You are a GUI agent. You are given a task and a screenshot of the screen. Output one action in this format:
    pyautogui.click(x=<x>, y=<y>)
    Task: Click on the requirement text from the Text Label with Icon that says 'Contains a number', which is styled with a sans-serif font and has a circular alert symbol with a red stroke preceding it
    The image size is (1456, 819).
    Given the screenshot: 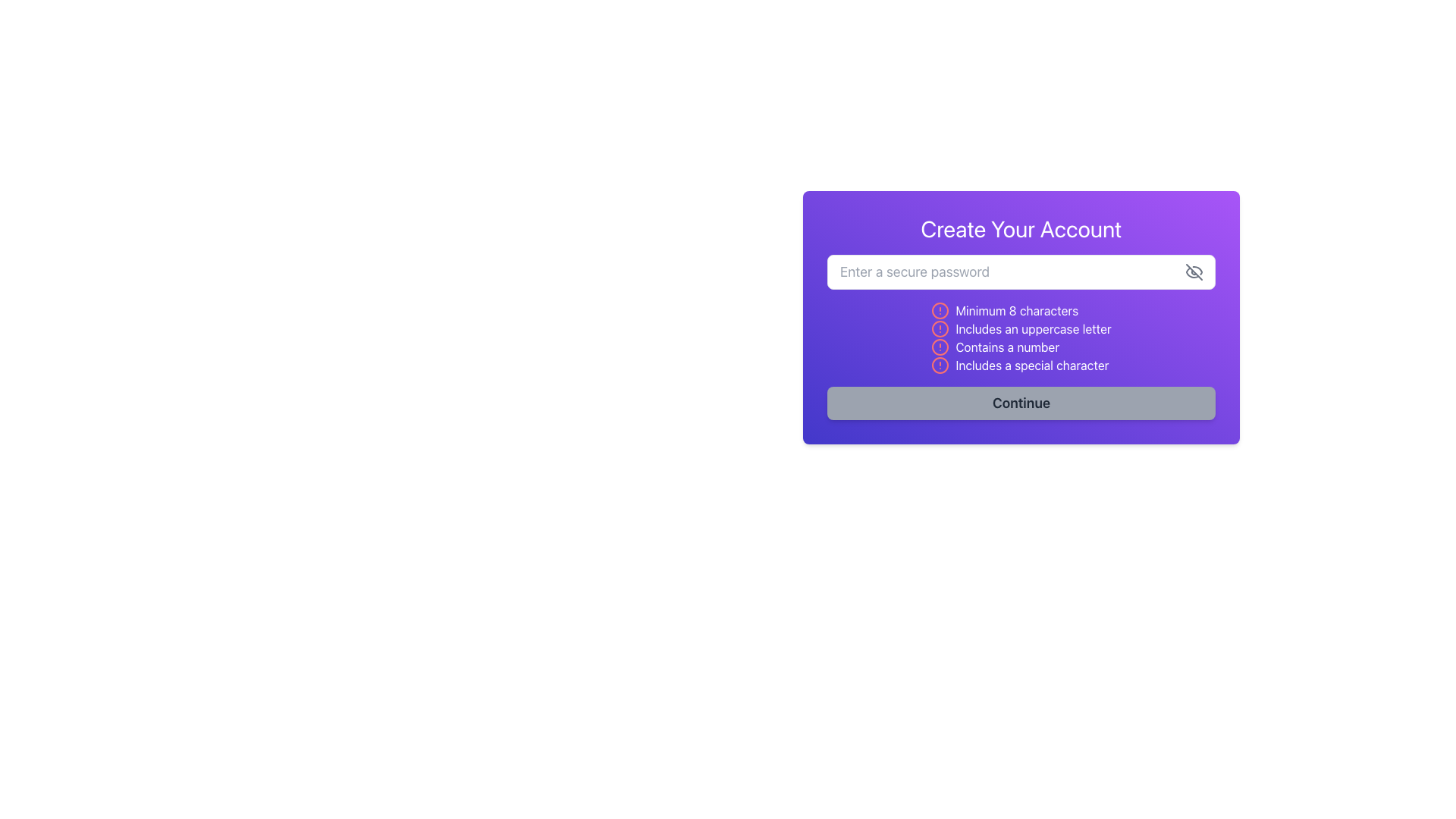 What is the action you would take?
    pyautogui.click(x=1021, y=347)
    